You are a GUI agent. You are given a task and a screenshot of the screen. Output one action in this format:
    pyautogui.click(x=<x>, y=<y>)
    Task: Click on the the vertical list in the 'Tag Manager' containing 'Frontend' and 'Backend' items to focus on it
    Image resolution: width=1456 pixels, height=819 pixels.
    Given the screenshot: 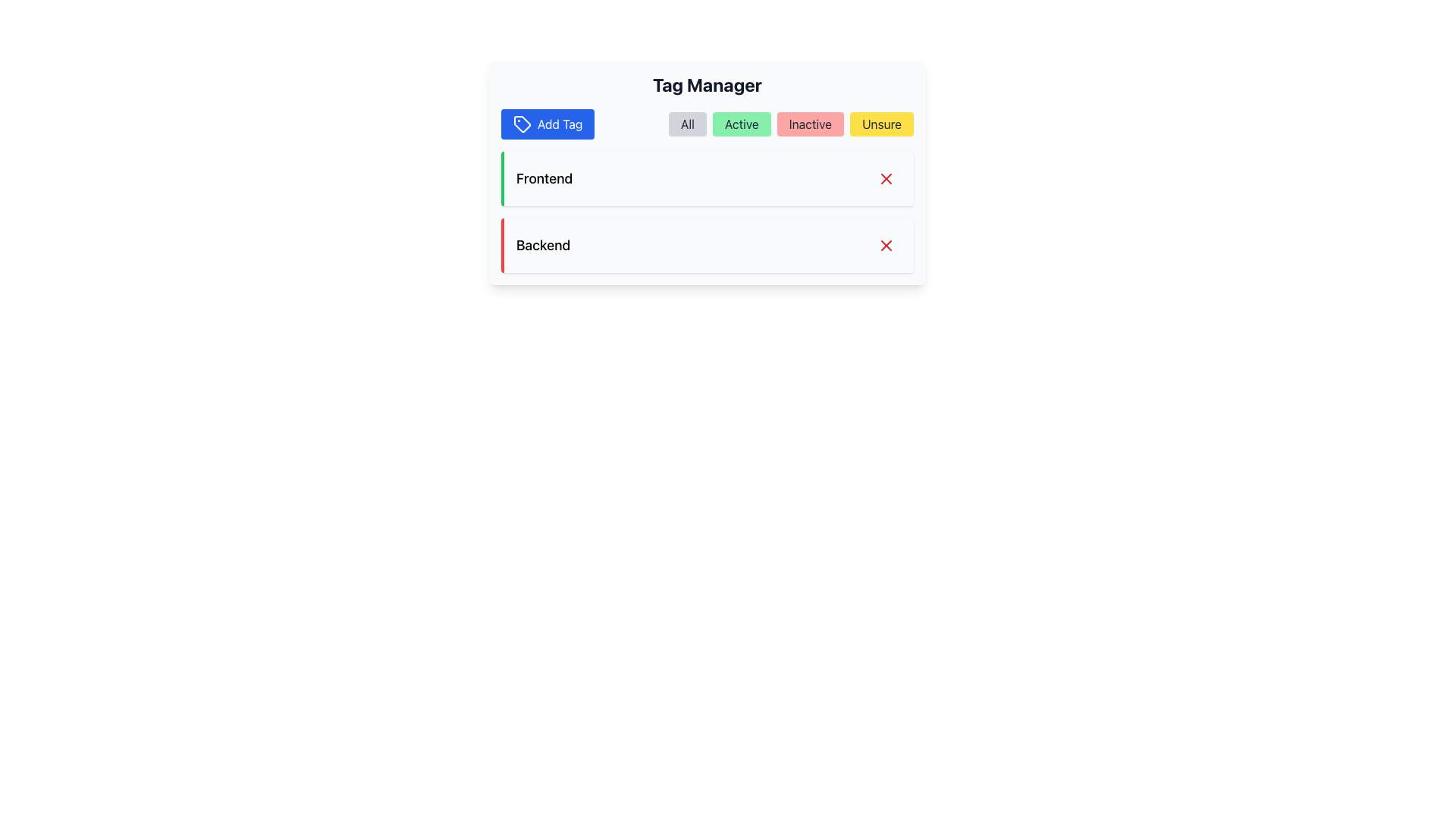 What is the action you would take?
    pyautogui.click(x=706, y=212)
    